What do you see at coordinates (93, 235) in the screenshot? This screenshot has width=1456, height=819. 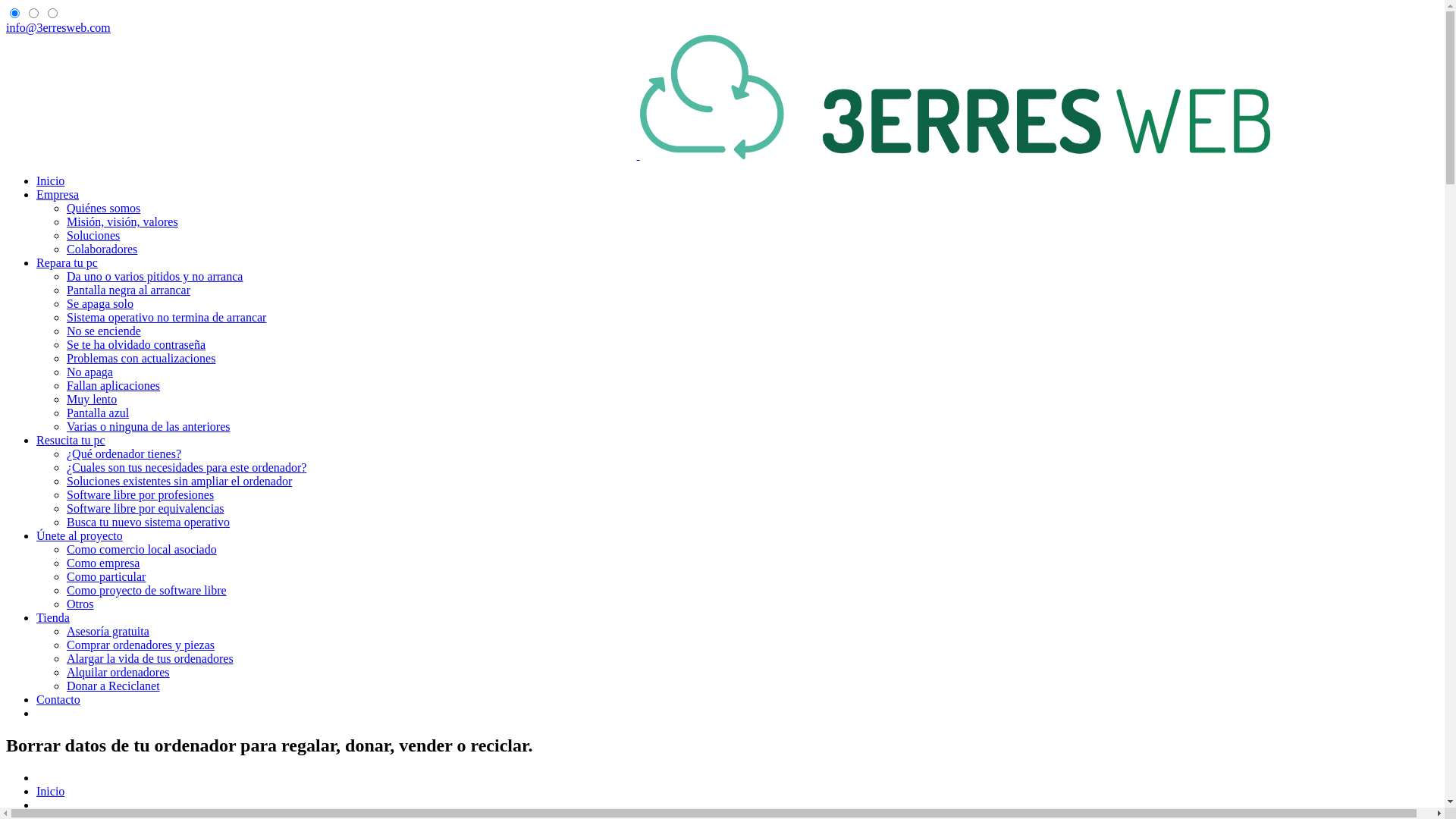 I see `'Soluciones'` at bounding box center [93, 235].